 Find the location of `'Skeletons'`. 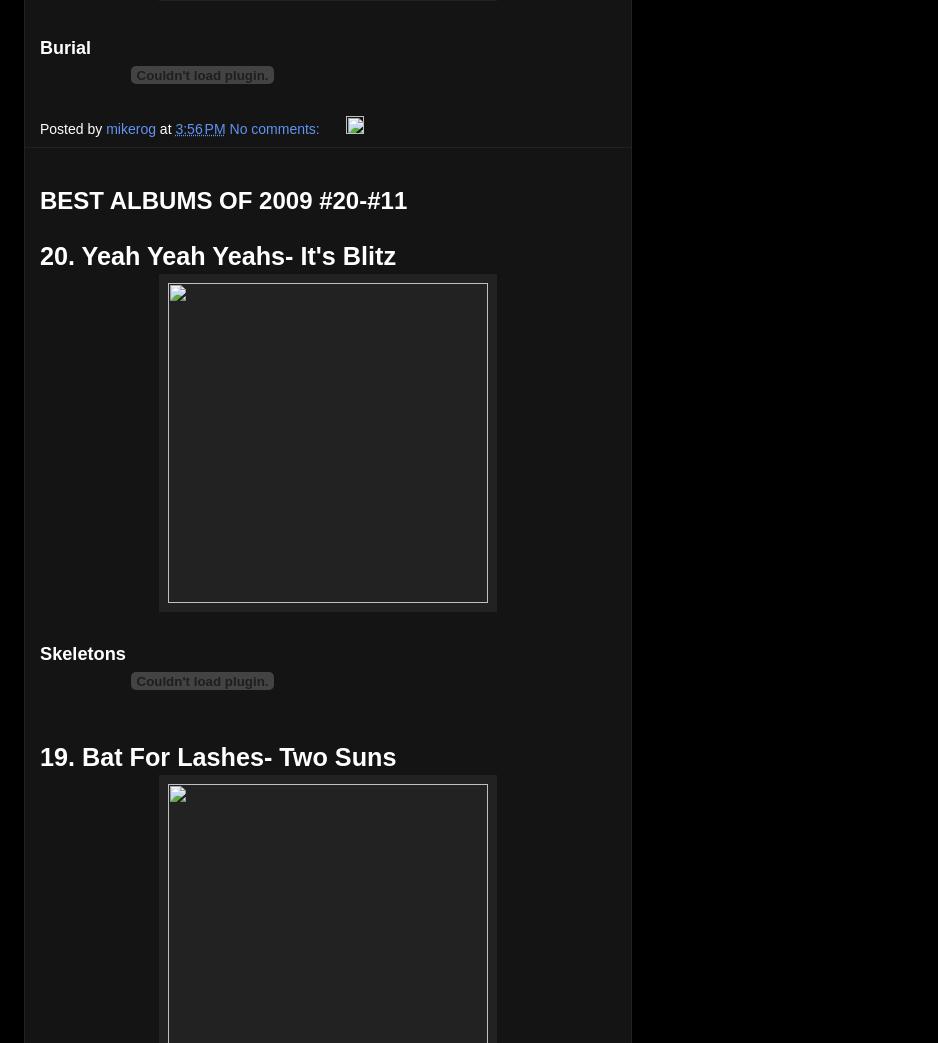

'Skeletons' is located at coordinates (82, 652).